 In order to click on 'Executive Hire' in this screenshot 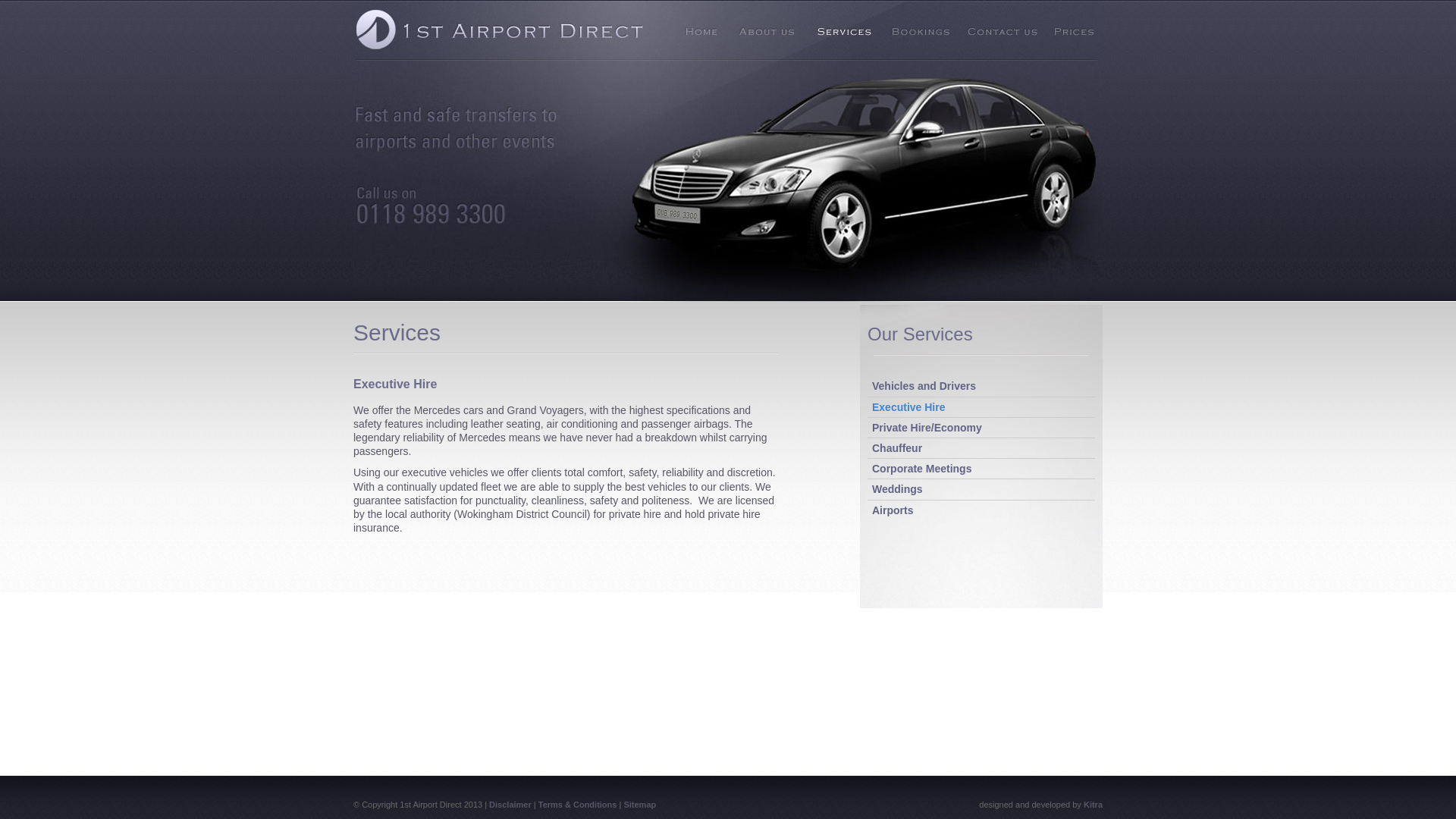, I will do `click(872, 406)`.